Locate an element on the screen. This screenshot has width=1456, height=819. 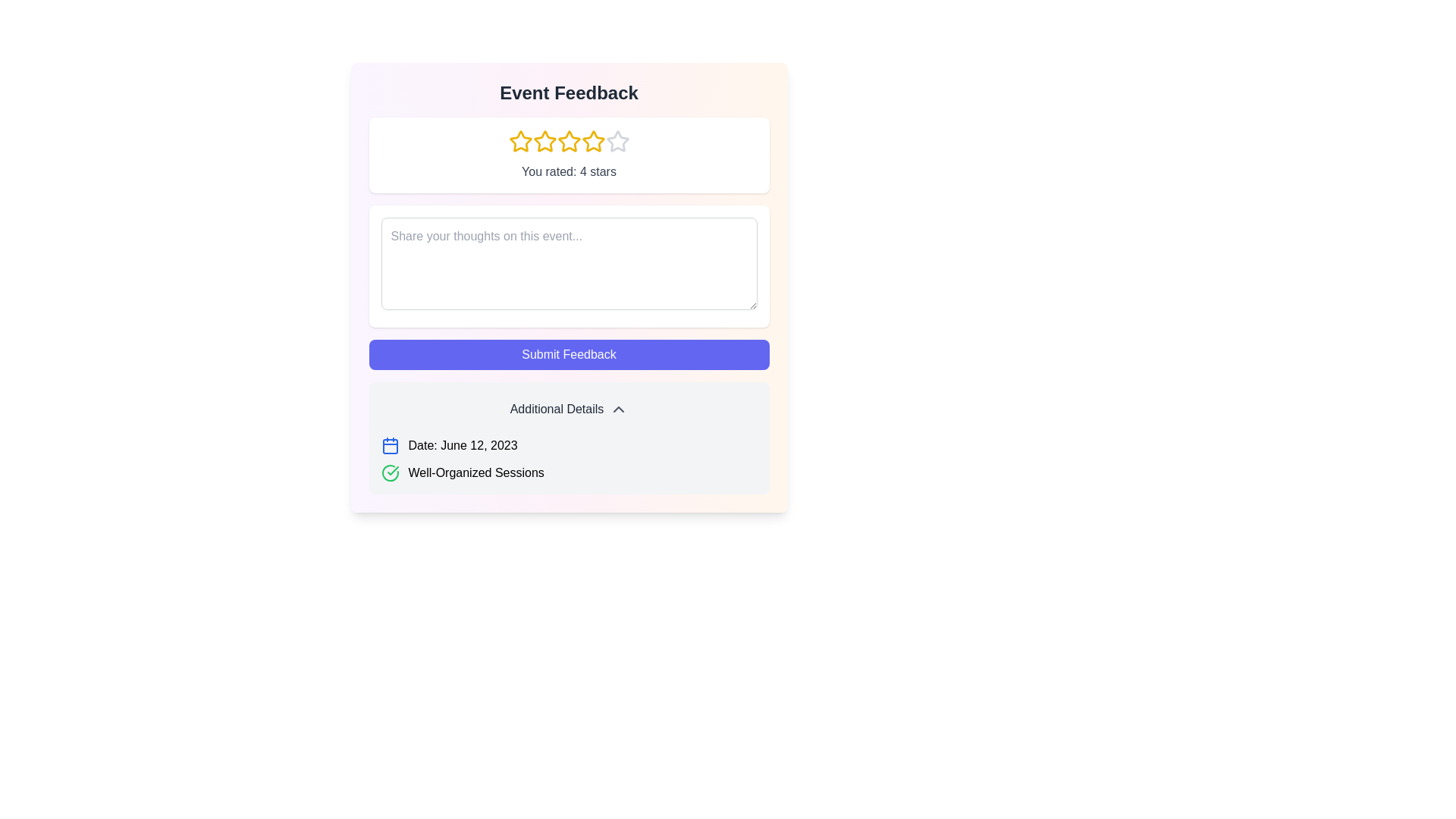
the text label displaying 'Date: June 12, 2023', located to the right of the blue calendar icon in the 'Additional Details' section is located at coordinates (462, 444).